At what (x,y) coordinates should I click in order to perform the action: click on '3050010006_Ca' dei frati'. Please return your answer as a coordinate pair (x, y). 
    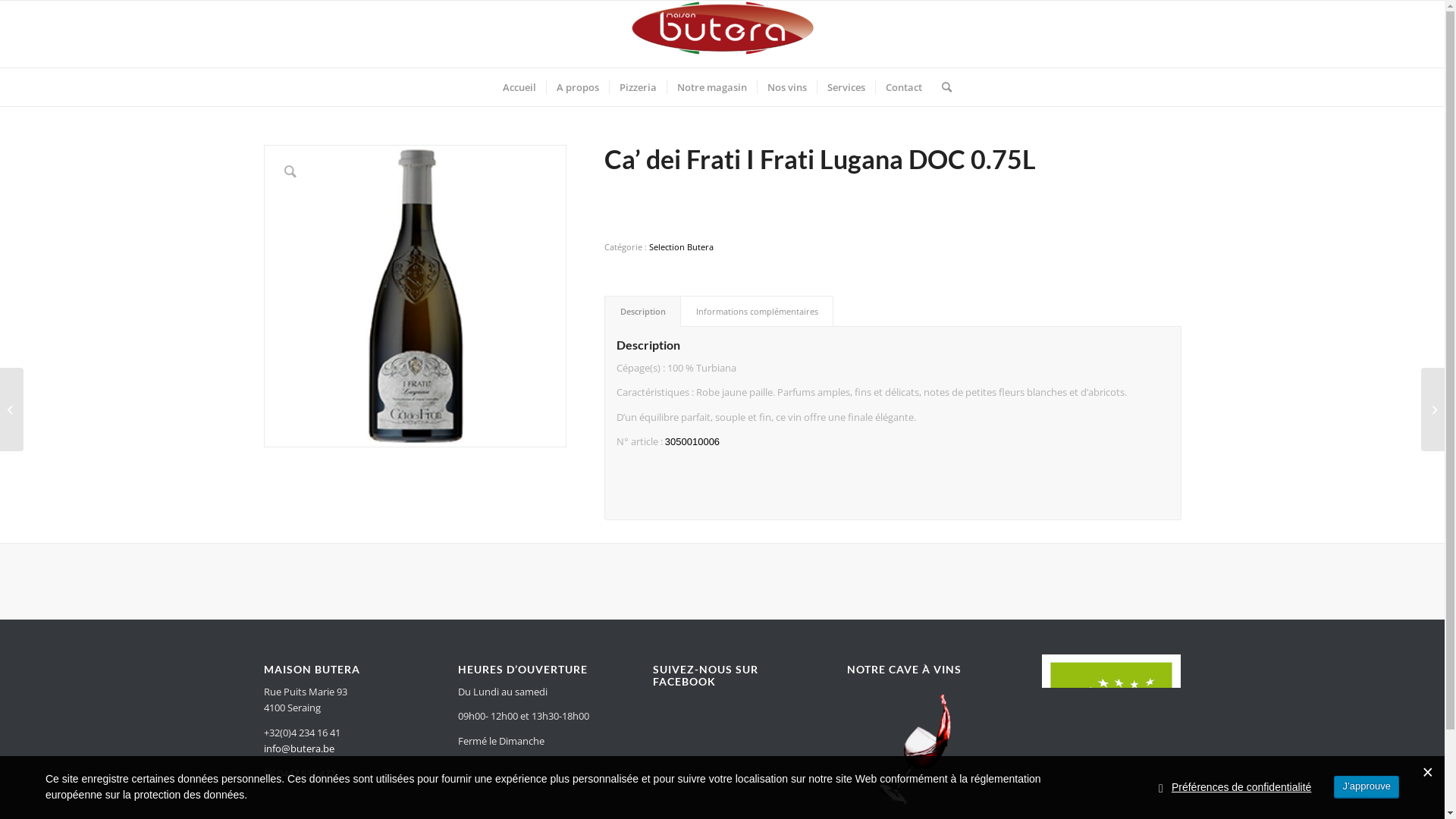
    Looking at the image, I should click on (415, 296).